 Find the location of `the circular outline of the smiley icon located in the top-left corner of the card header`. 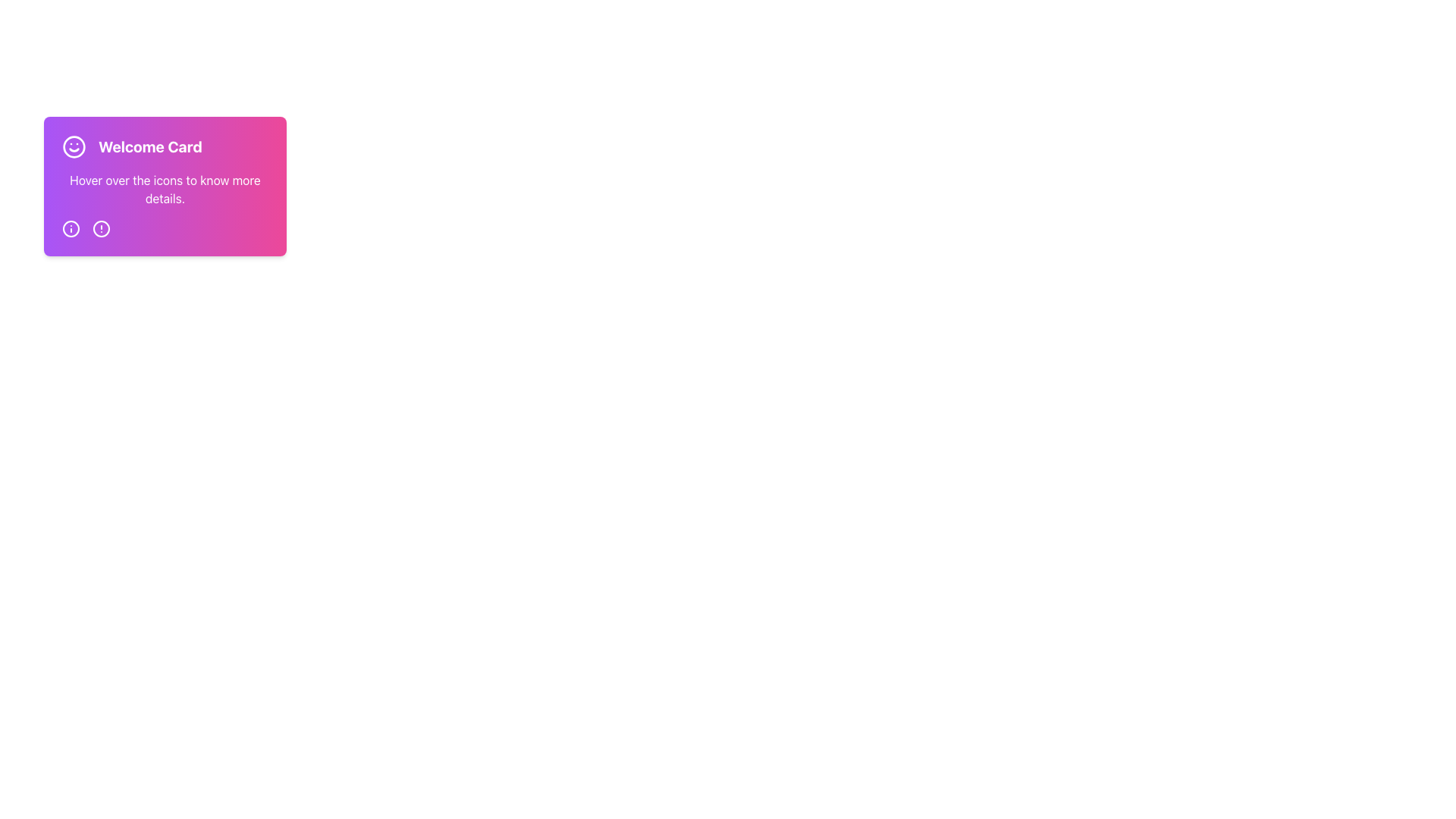

the circular outline of the smiley icon located in the top-left corner of the card header is located at coordinates (73, 146).